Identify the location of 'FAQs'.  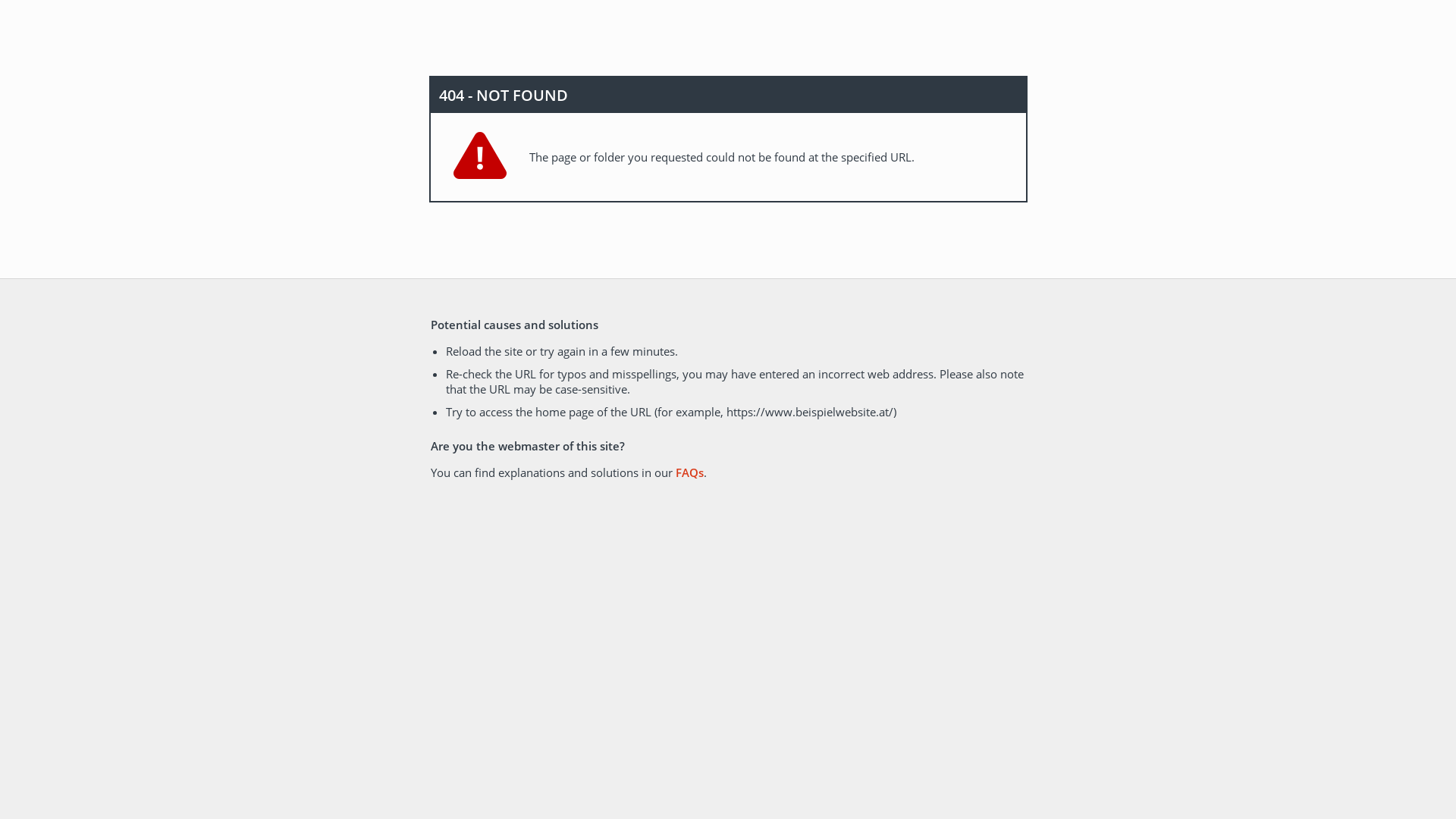
(688, 472).